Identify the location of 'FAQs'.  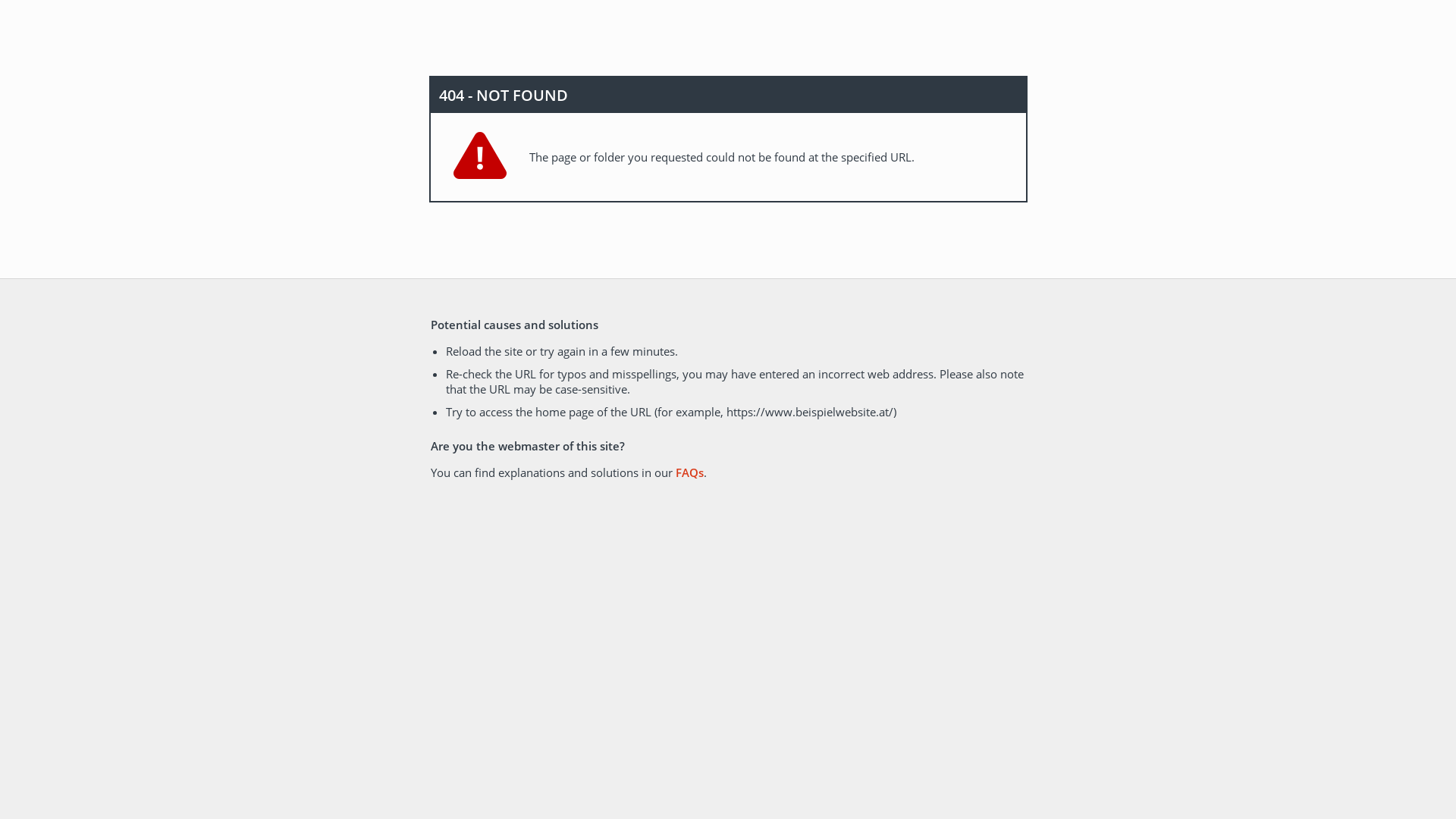
(688, 472).